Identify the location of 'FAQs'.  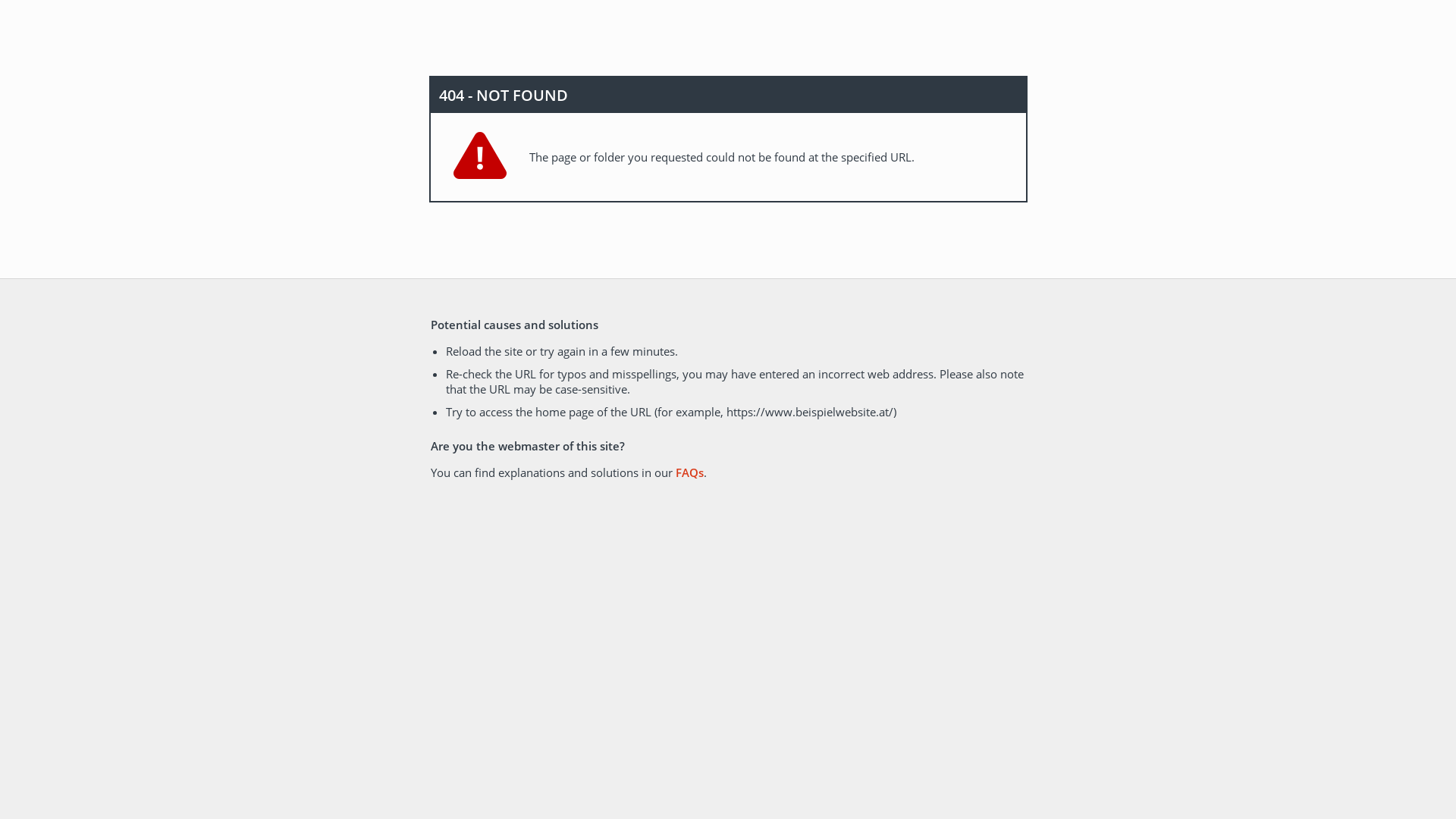
(688, 472).